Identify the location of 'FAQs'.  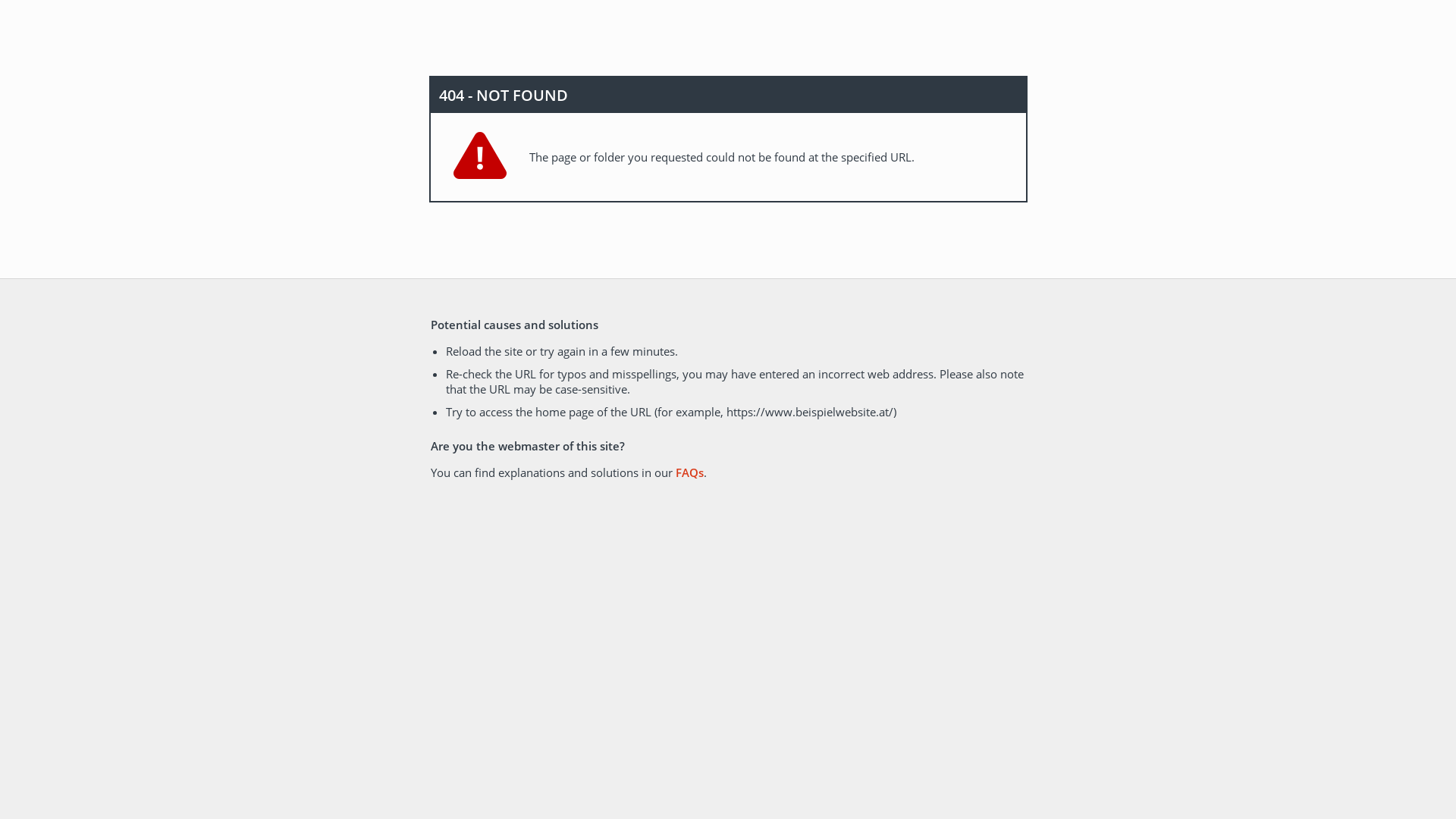
(688, 472).